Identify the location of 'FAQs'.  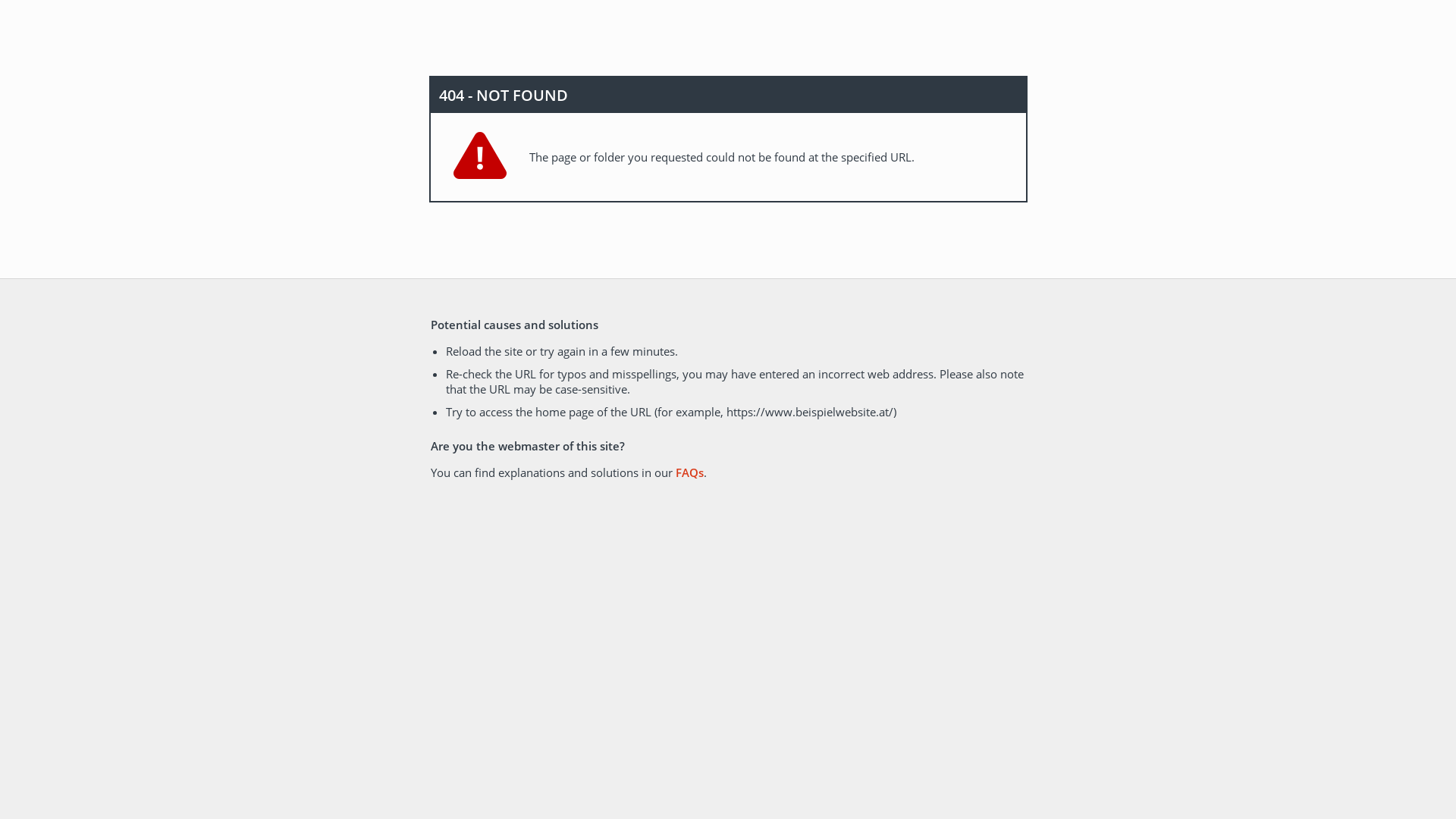
(688, 472).